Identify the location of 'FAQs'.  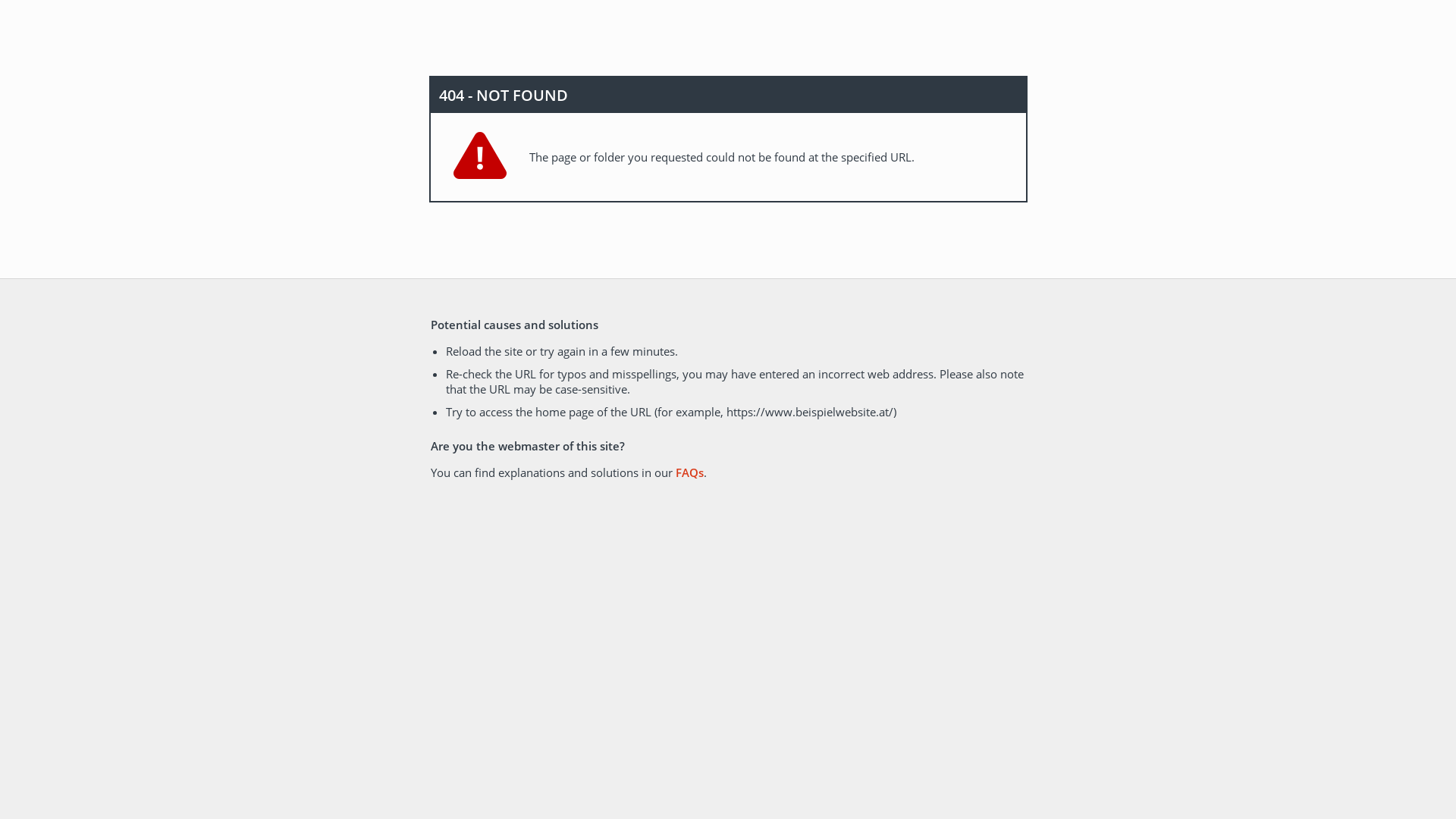
(688, 472).